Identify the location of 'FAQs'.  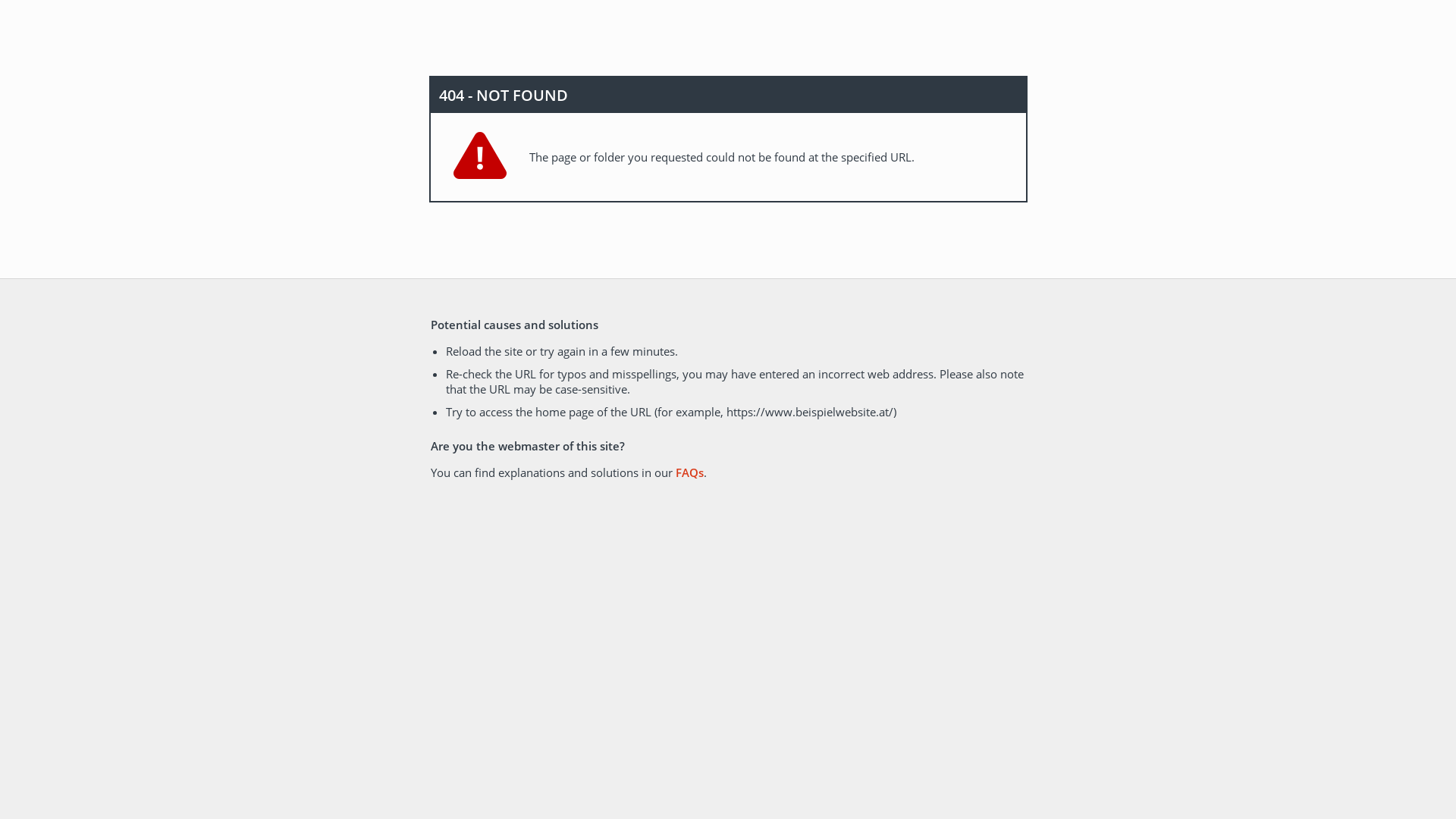
(688, 472).